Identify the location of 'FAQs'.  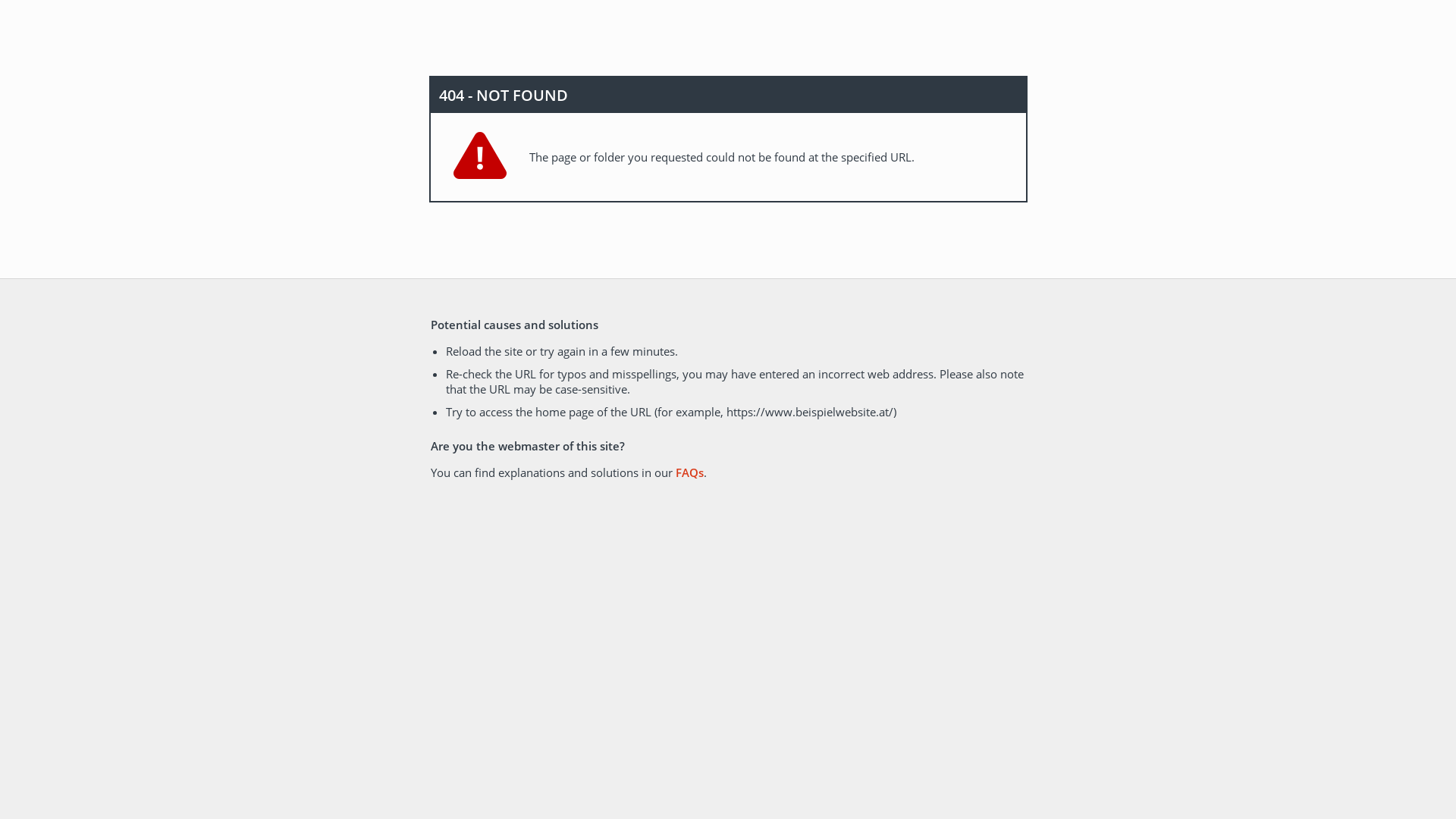
(688, 472).